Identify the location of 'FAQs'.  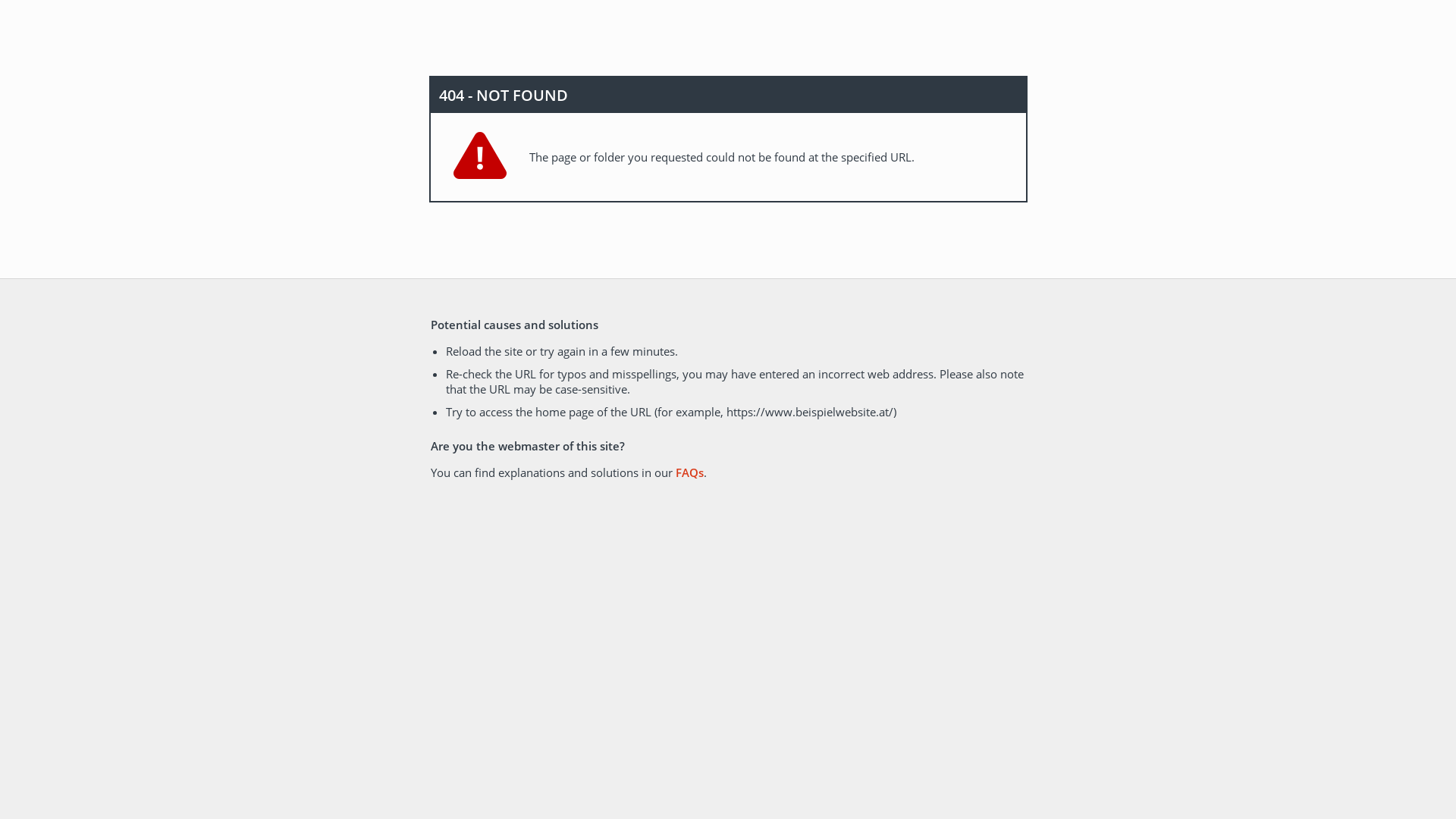
(688, 472).